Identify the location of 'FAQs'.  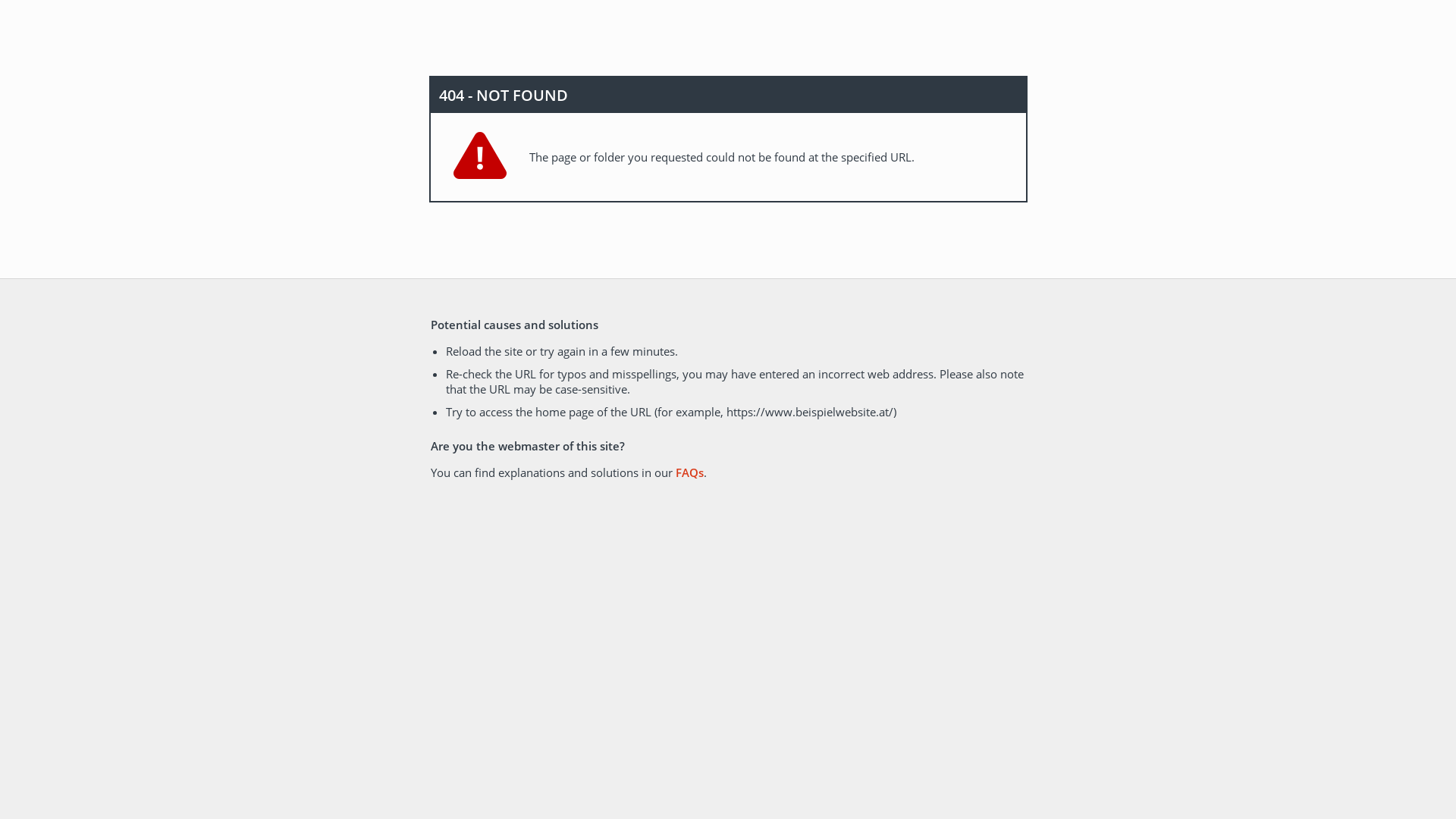
(688, 472).